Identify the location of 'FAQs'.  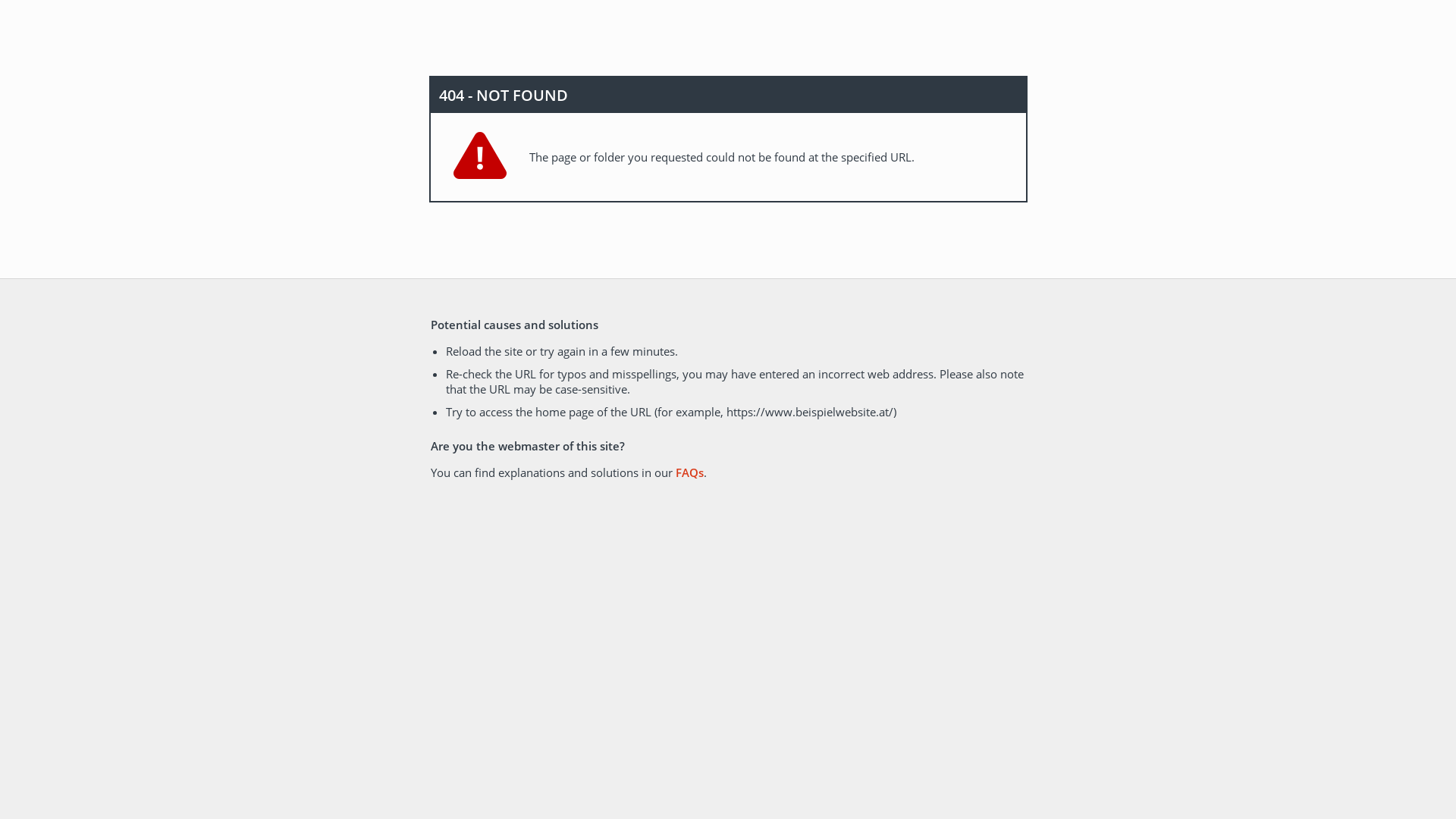
(688, 472).